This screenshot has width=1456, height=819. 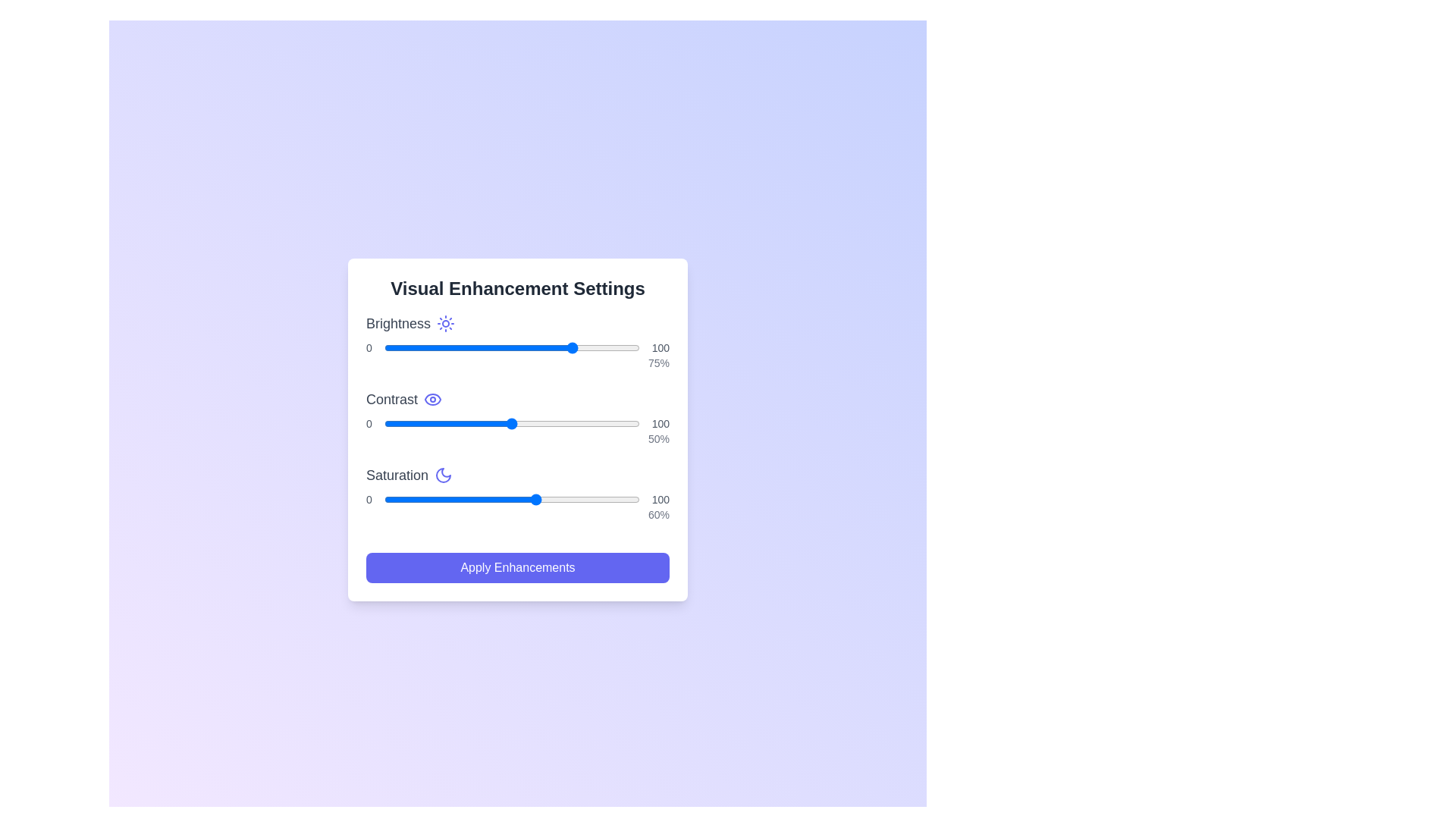 What do you see at coordinates (517, 567) in the screenshot?
I see `the 'Apply Enhancements' button` at bounding box center [517, 567].